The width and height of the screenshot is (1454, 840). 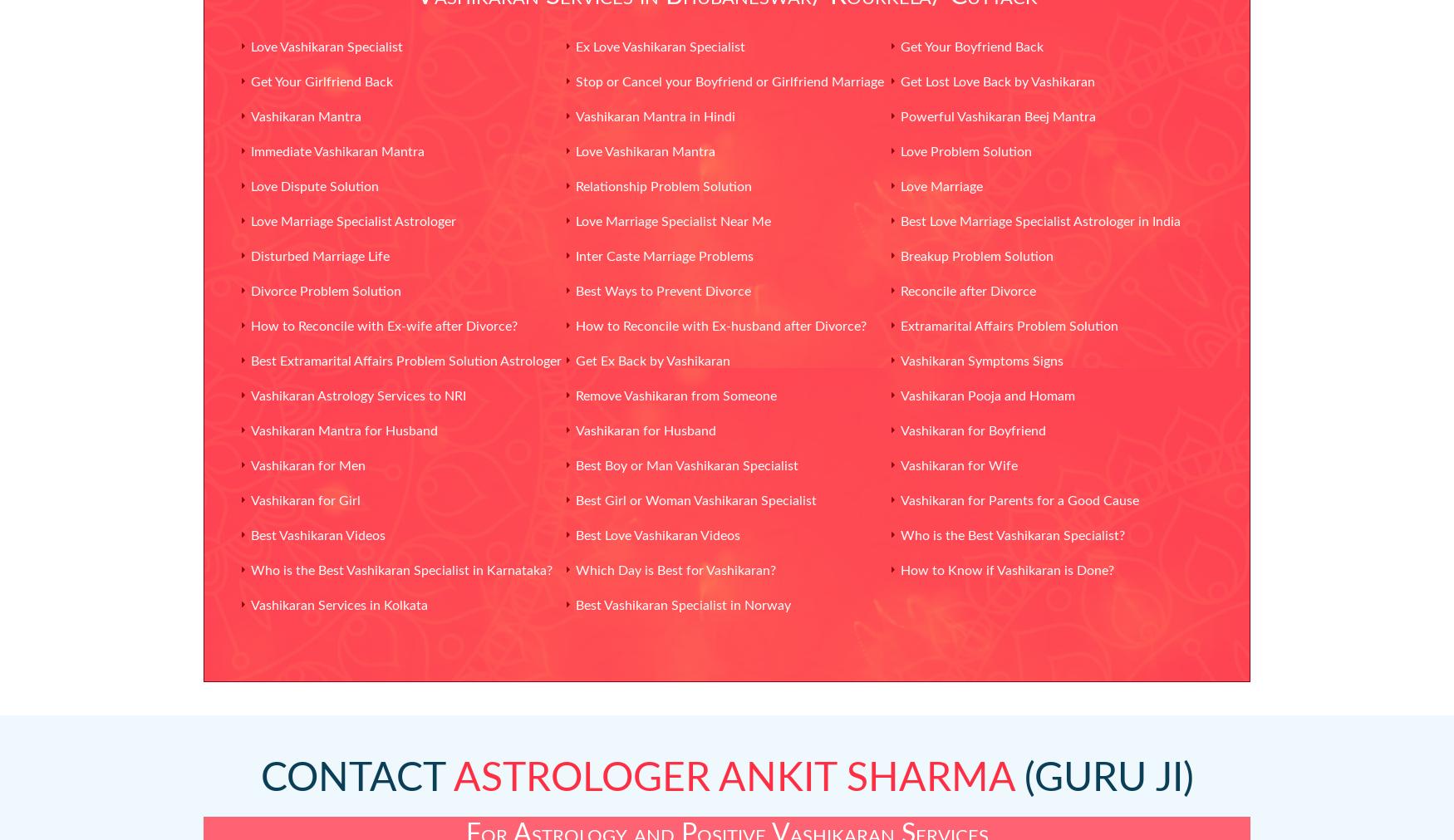 What do you see at coordinates (336, 151) in the screenshot?
I see `'Immediate Vashikaran Mantra'` at bounding box center [336, 151].